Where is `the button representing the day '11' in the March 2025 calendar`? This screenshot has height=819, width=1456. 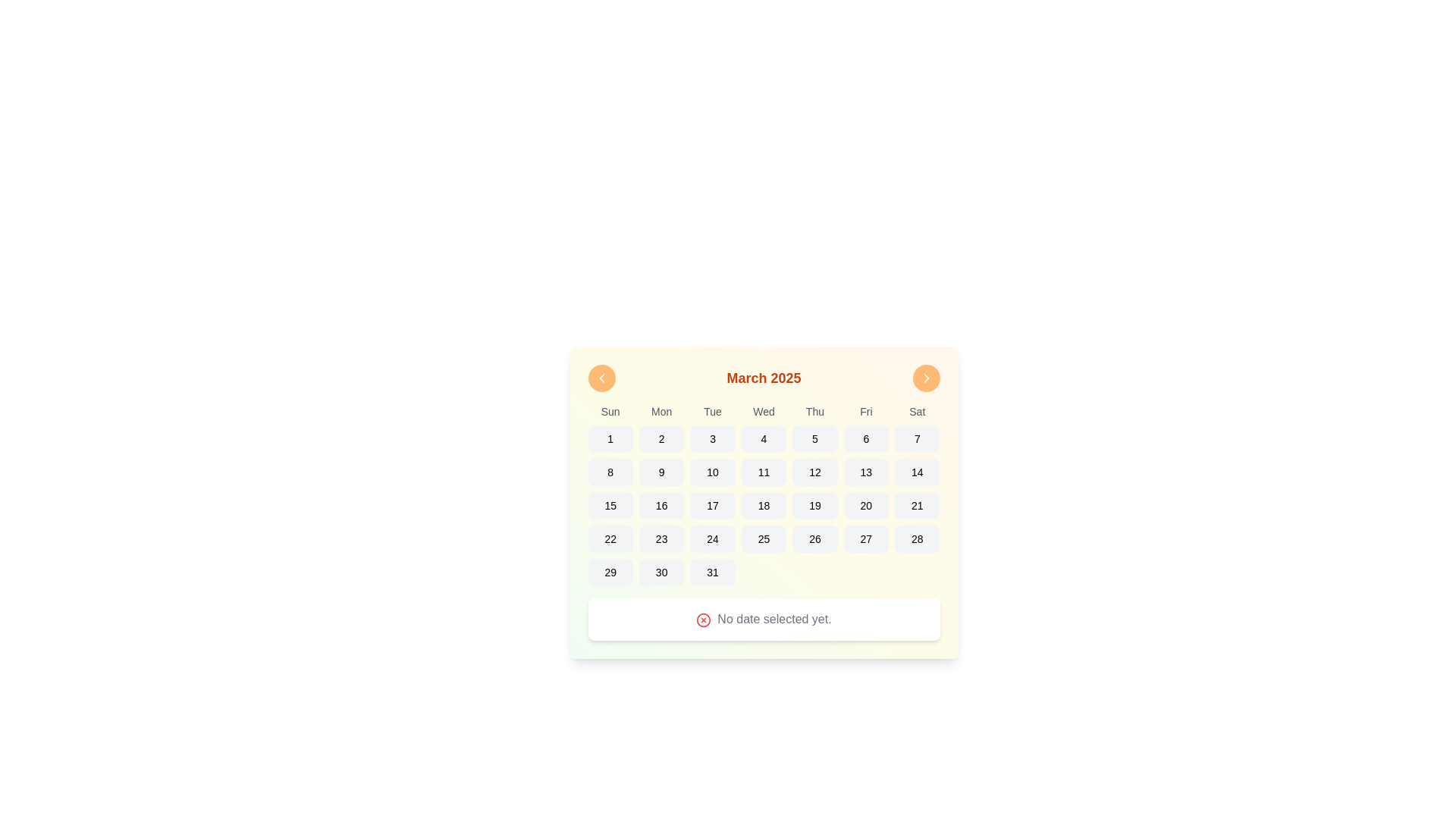 the button representing the day '11' in the March 2025 calendar is located at coordinates (764, 472).